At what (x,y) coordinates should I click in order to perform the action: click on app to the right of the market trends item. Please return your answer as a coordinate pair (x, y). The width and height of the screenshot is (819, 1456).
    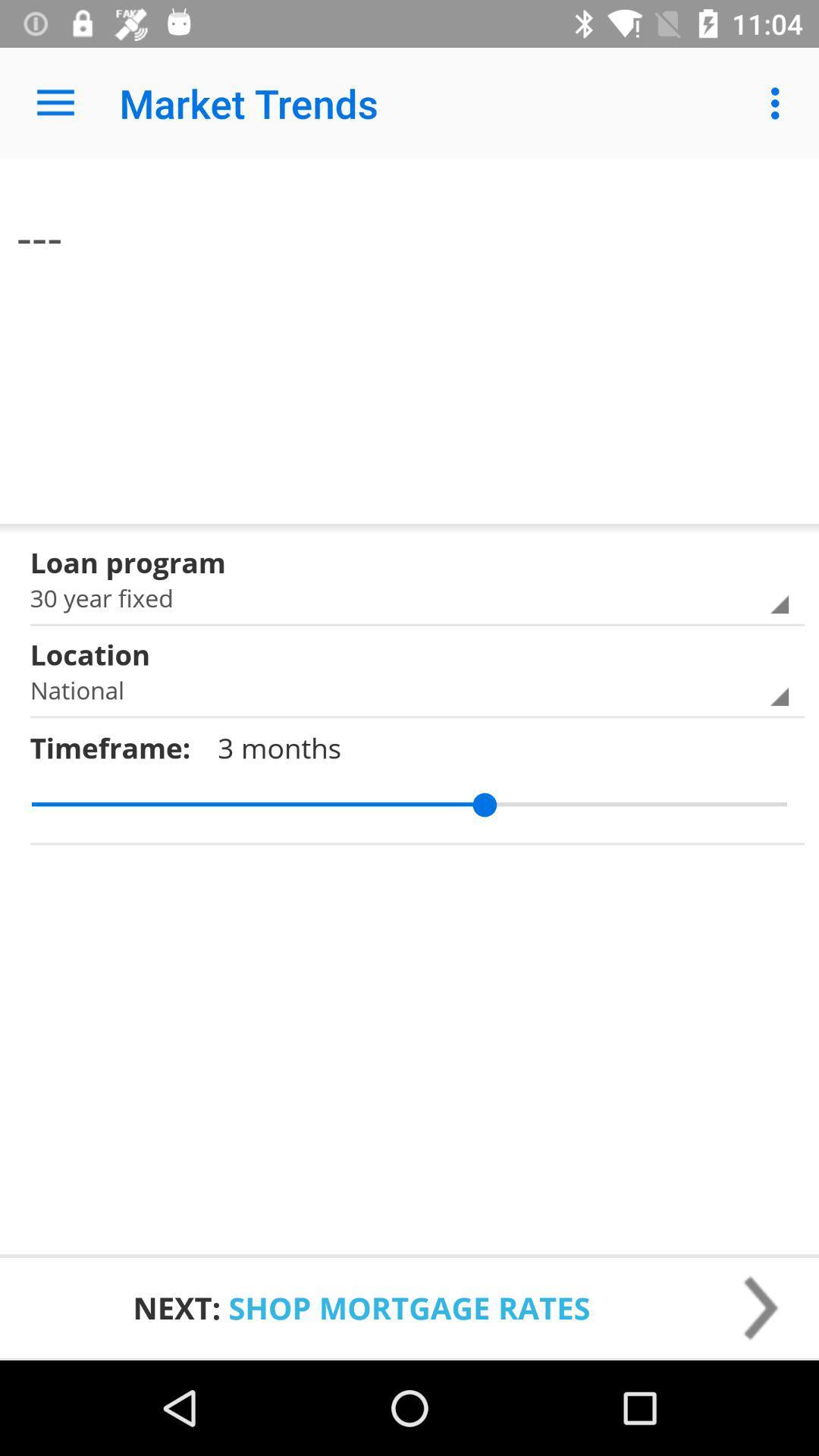
    Looking at the image, I should click on (779, 102).